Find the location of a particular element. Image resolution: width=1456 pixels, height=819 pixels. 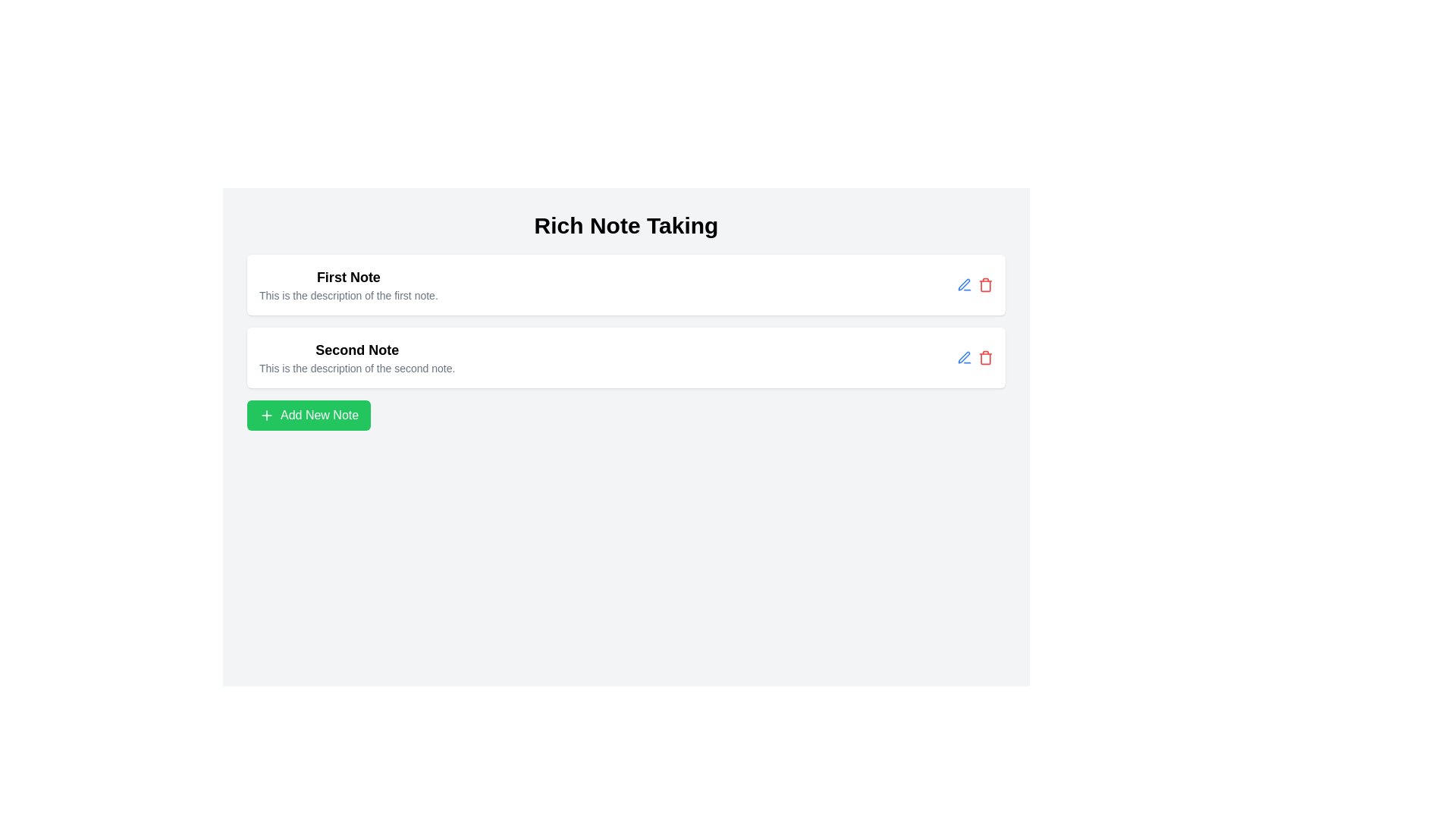

bold and large text label element that reads 'Rich Note Taking', prominently placed at the top center of the interface is located at coordinates (626, 225).